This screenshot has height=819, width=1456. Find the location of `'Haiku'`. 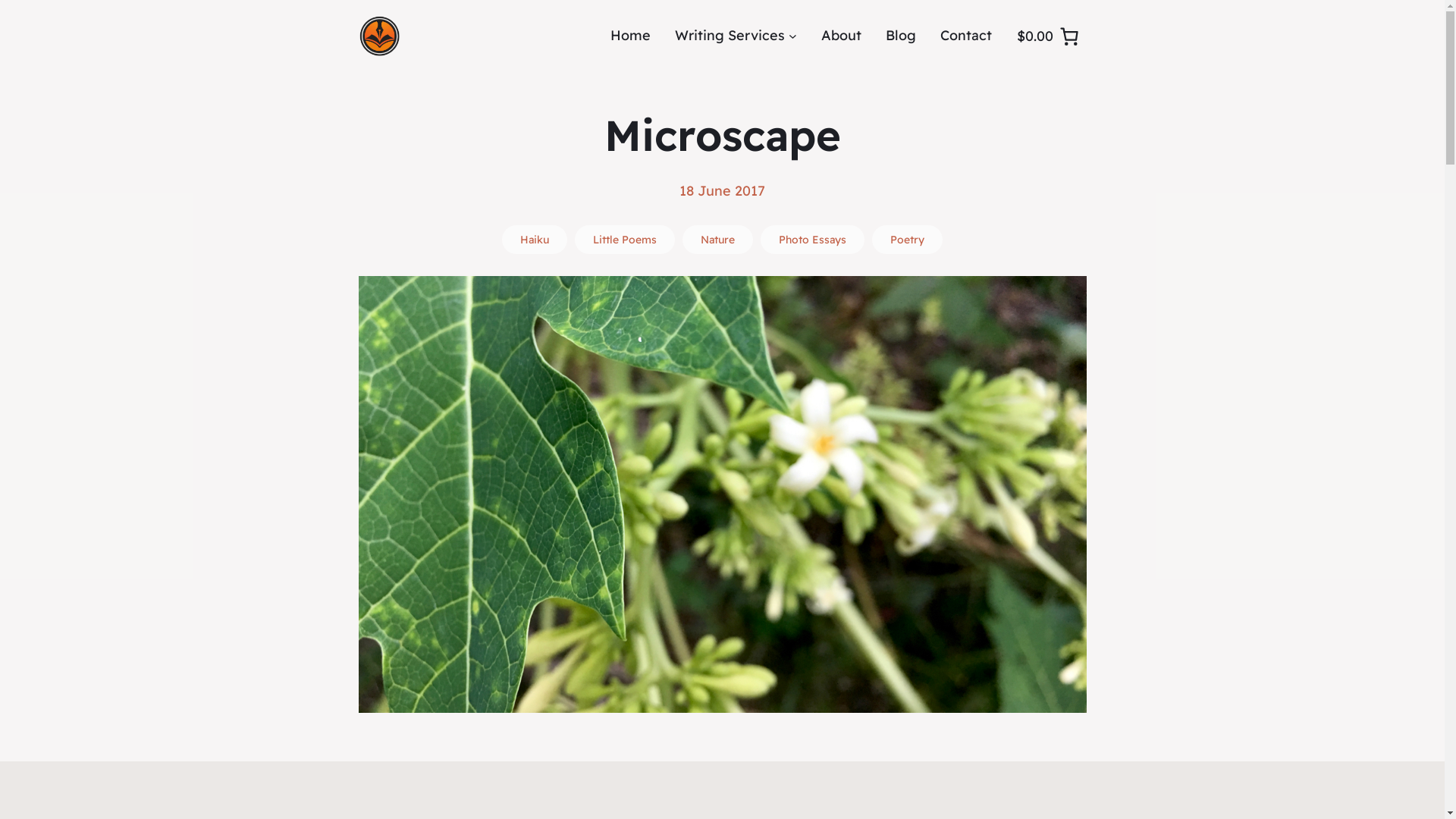

'Haiku' is located at coordinates (535, 239).